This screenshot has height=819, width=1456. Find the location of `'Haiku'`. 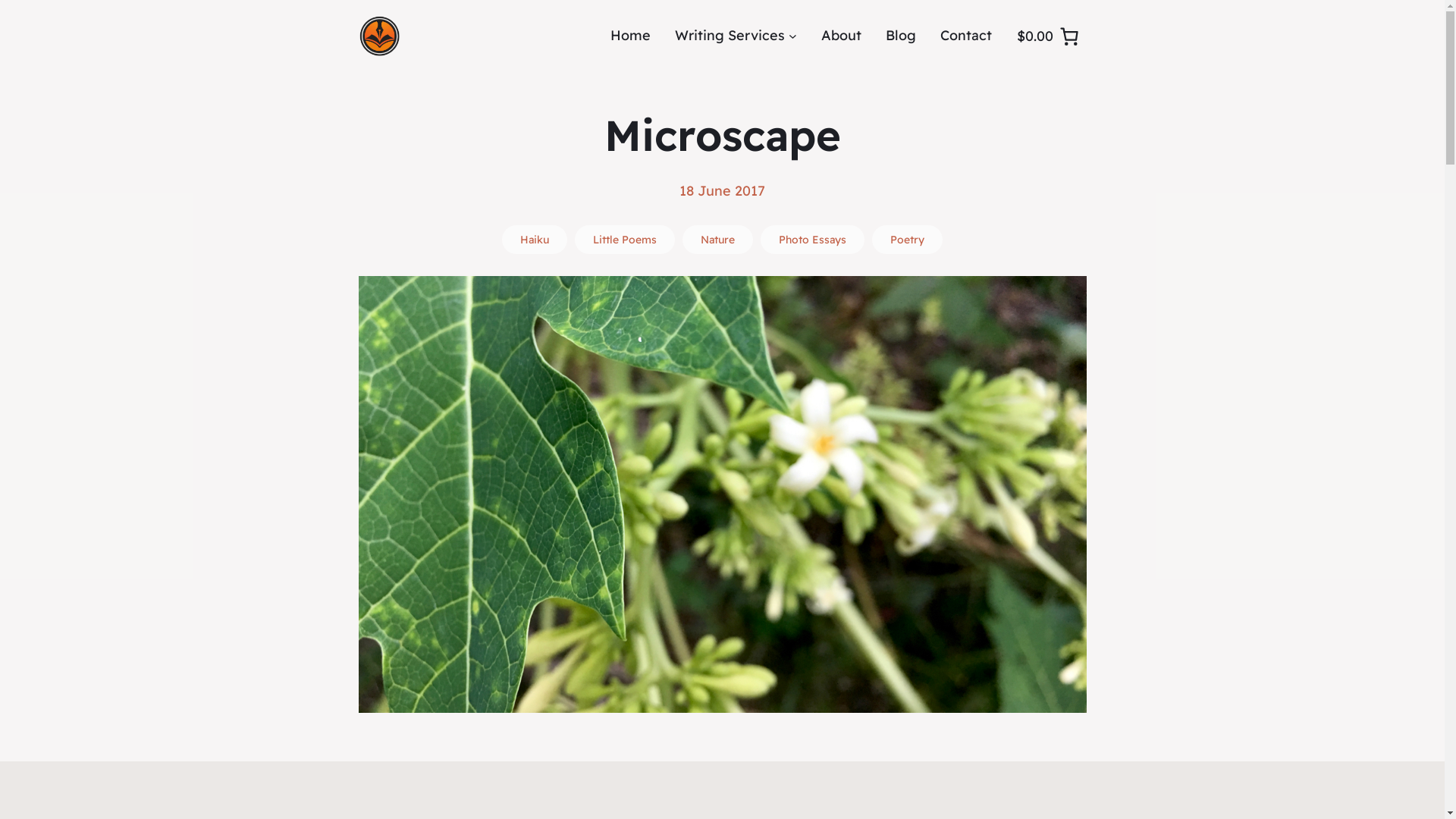

'Haiku' is located at coordinates (535, 239).